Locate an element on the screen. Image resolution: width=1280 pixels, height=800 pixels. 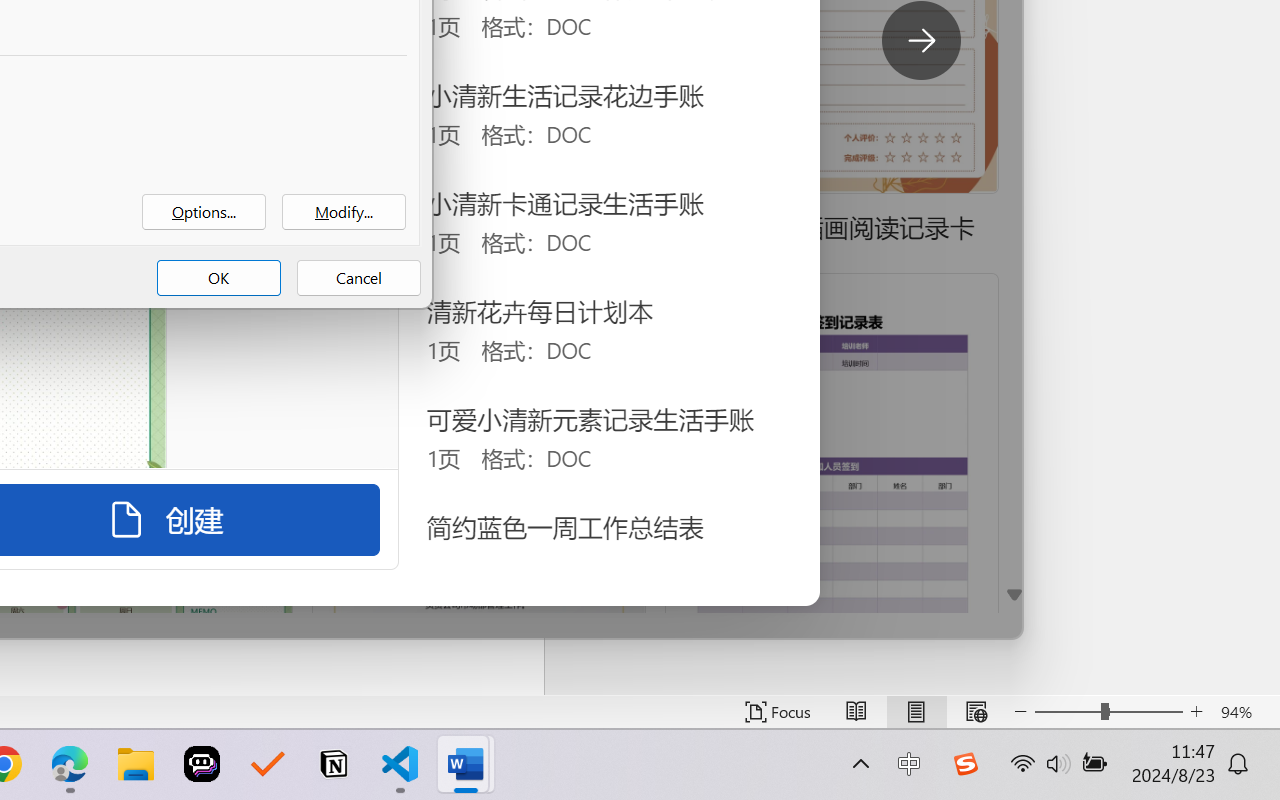
'Modify...' is located at coordinates (344, 212).